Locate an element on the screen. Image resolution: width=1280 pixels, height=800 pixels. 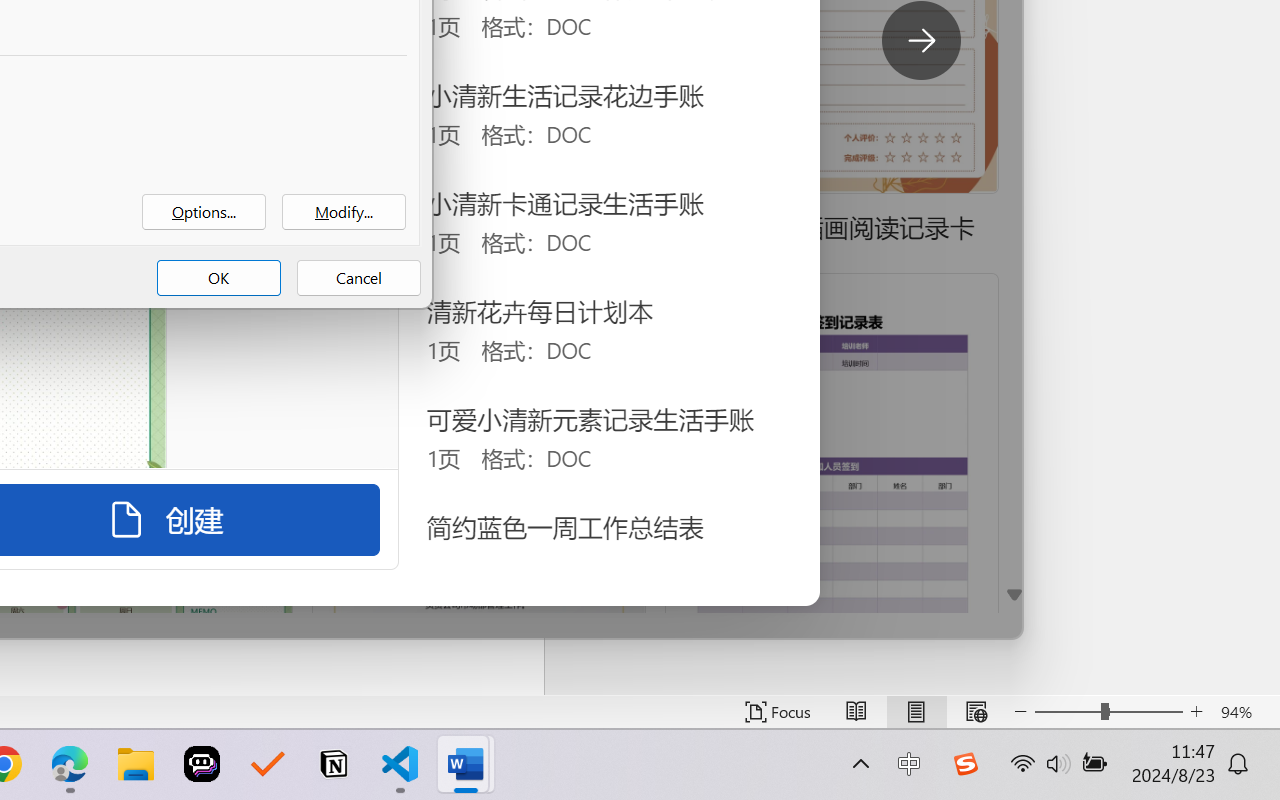
'Modify...' is located at coordinates (344, 212).